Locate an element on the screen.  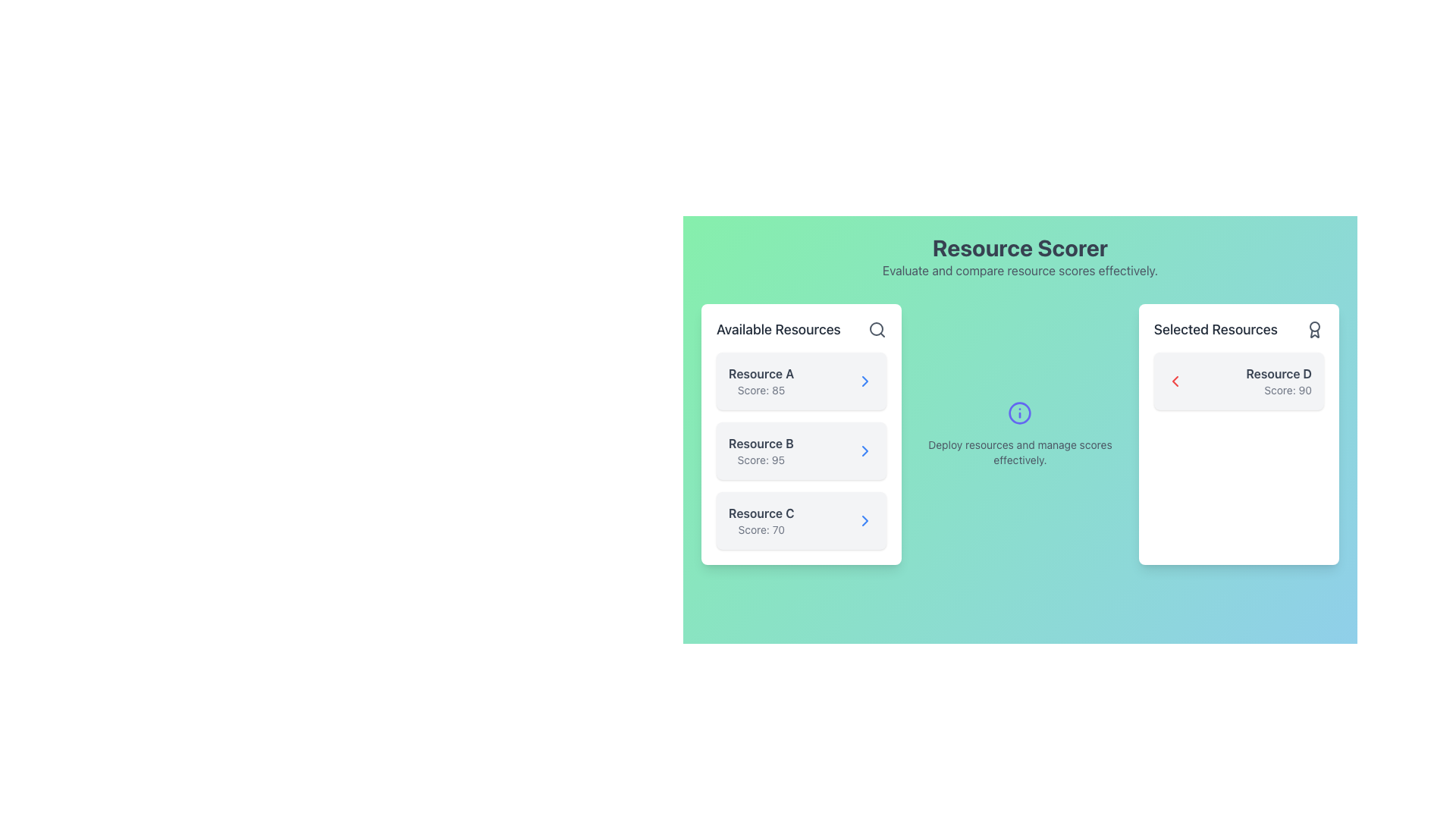
the informational icon positioned centrally between the 'Available Resources' and 'Selected Resources' panels is located at coordinates (1020, 413).